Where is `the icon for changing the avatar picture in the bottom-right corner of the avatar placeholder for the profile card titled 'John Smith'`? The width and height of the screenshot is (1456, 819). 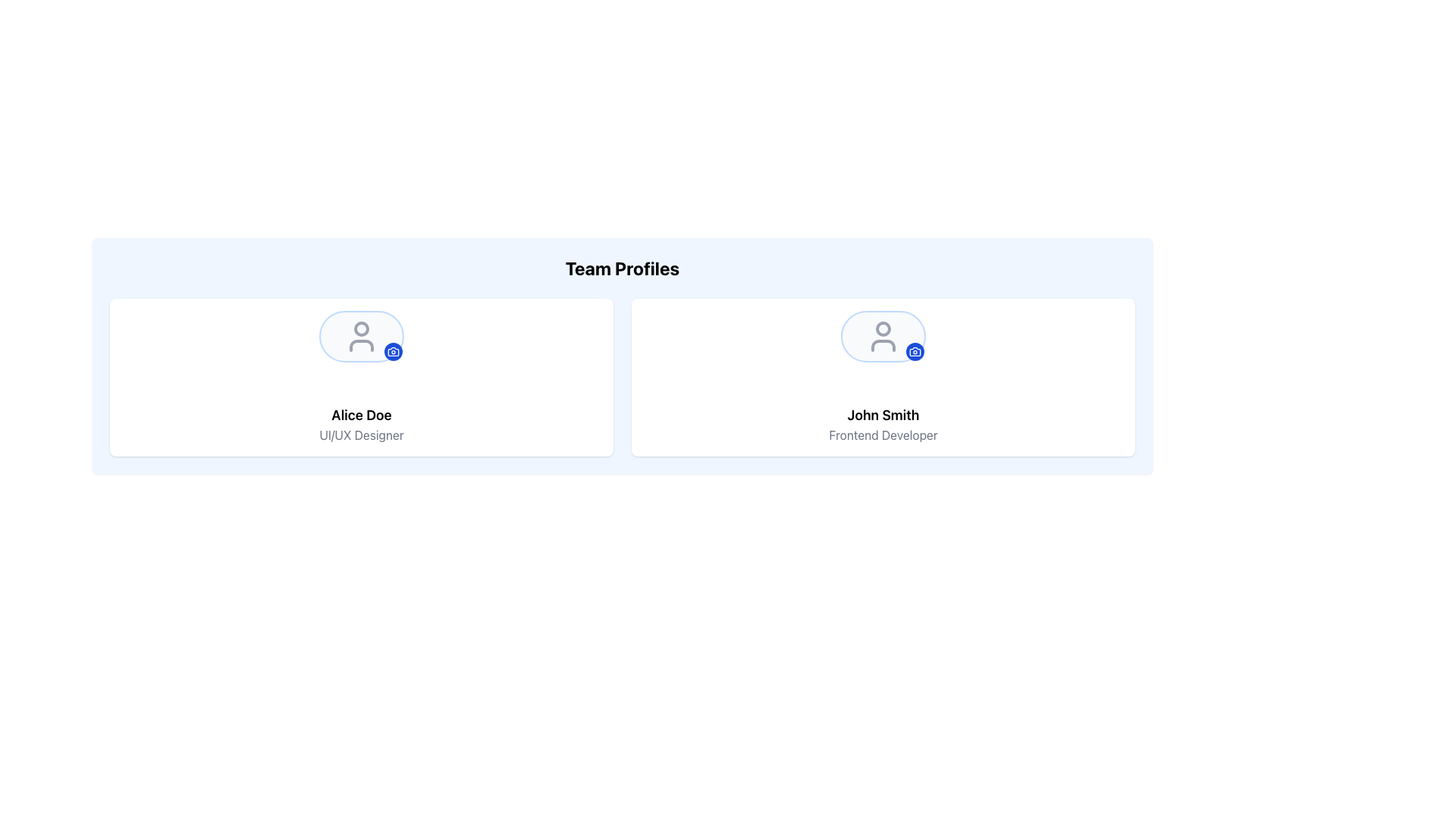 the icon for changing the avatar picture in the bottom-right corner of the avatar placeholder for the profile card titled 'John Smith' is located at coordinates (914, 351).